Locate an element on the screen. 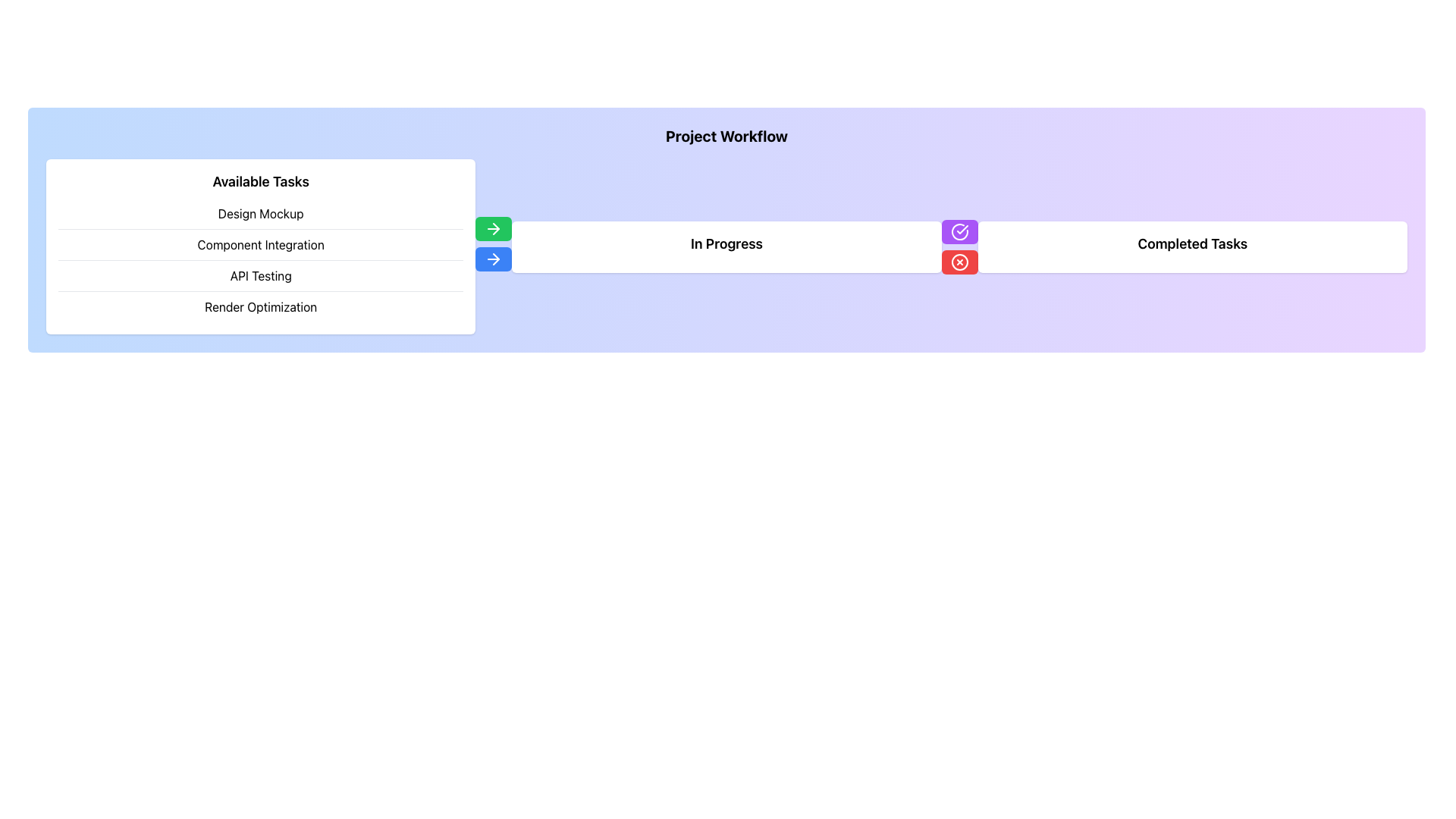 Image resolution: width=1456 pixels, height=819 pixels. the text element 'Render Optimization', which is the last item in the list under 'Available Tasks' is located at coordinates (261, 307).